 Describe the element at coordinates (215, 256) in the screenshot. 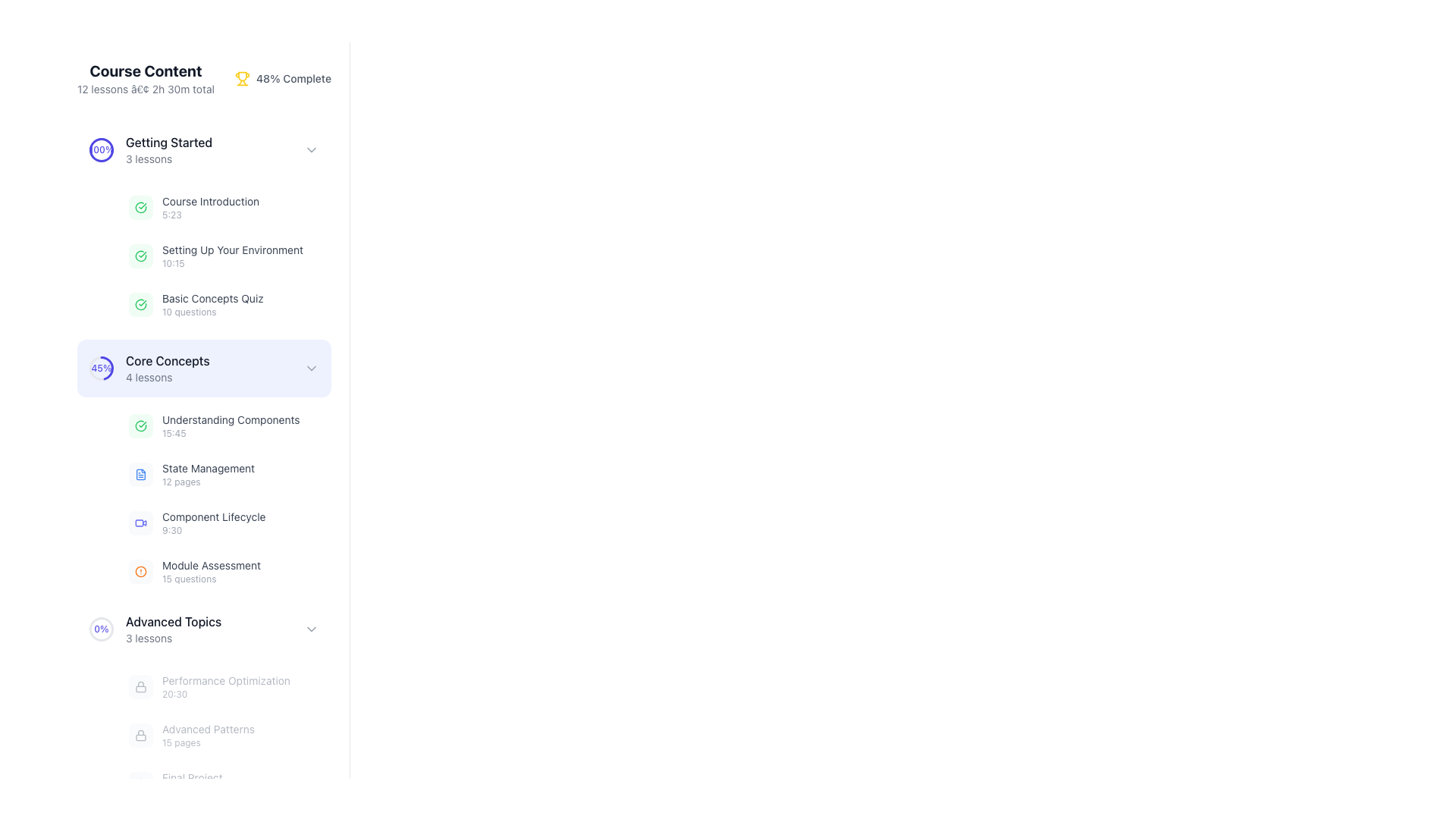

I see `the list item displaying 'Setting Up Your Environment' with a green checkmark icon, located in the 'Getting Started' section` at that location.